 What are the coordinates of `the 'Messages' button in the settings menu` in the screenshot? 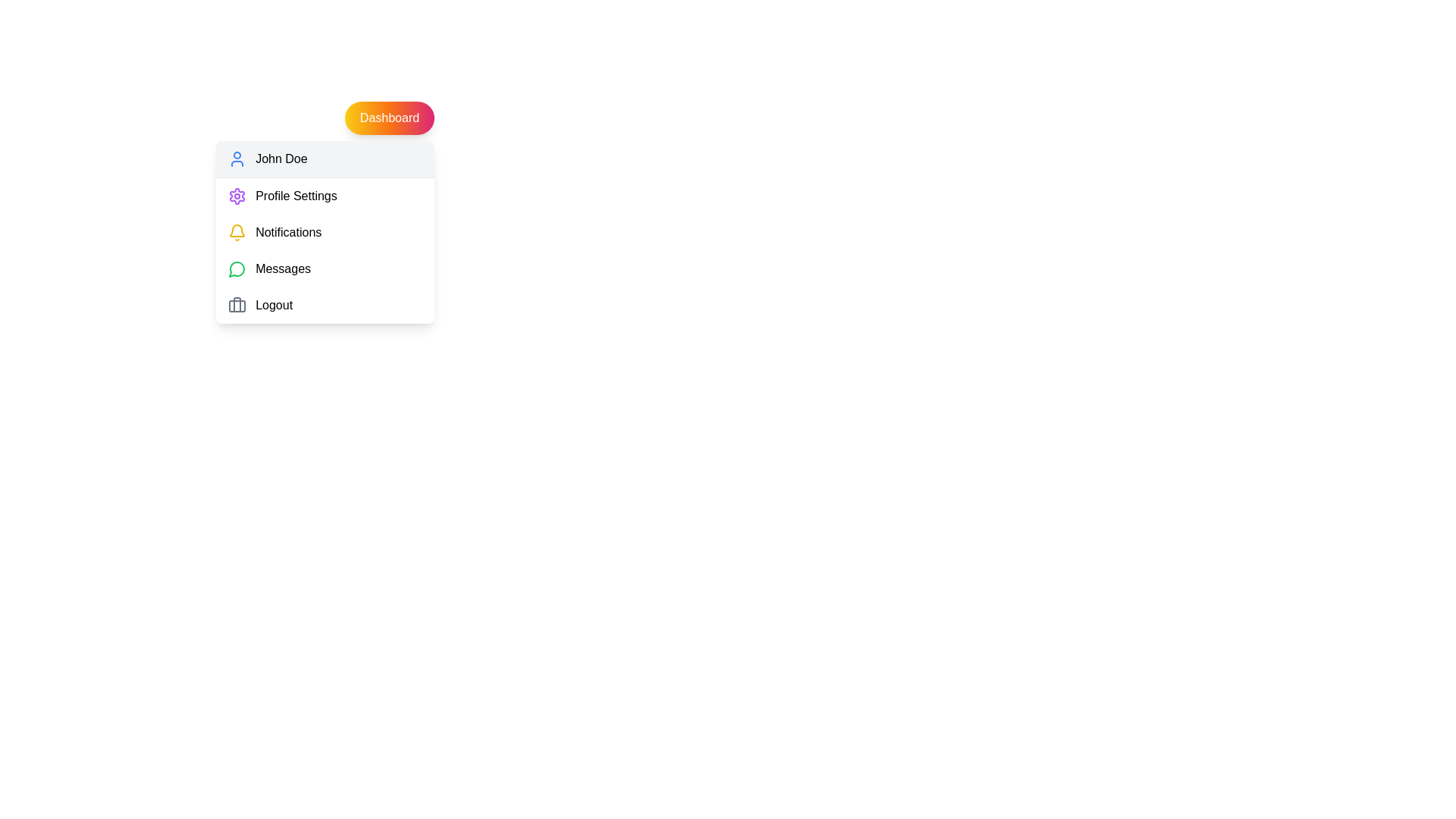 It's located at (324, 268).